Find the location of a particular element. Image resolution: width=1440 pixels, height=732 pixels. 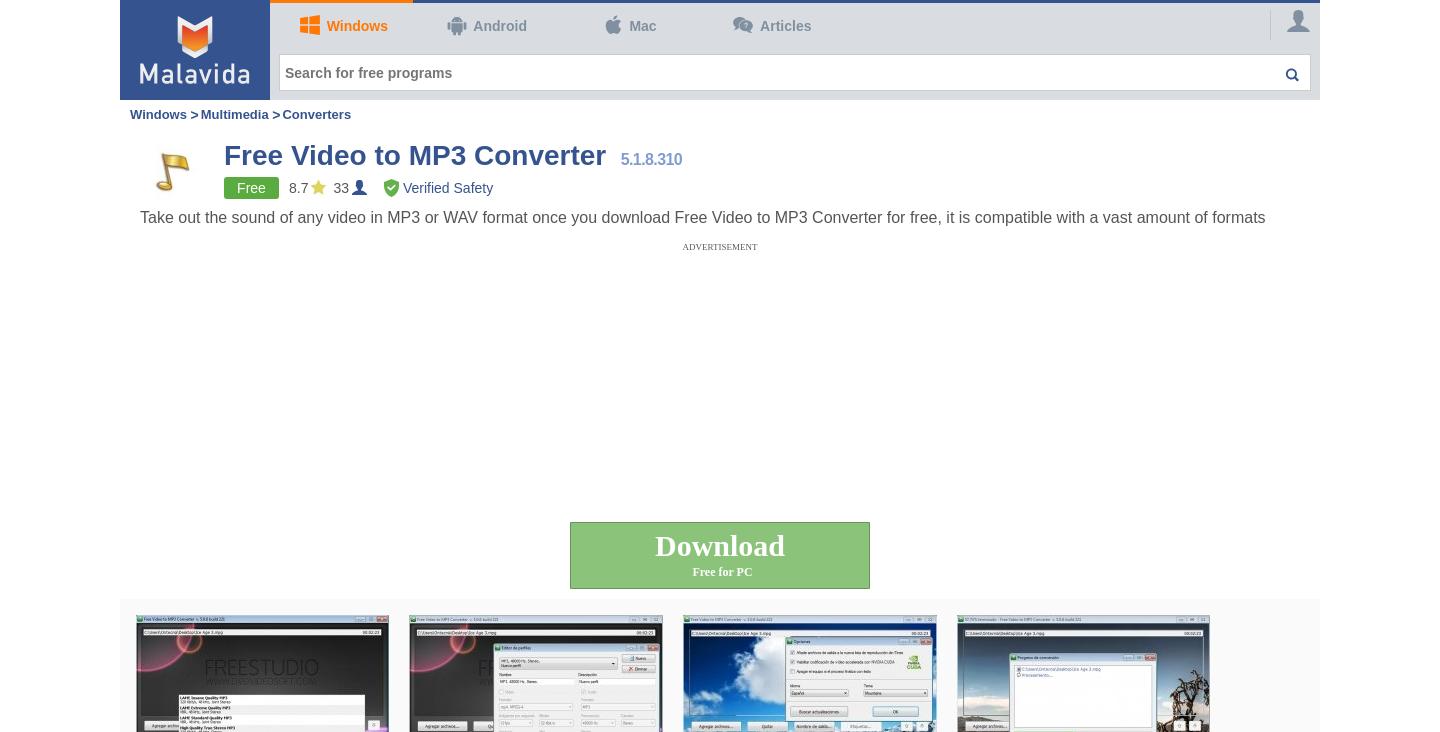

'Take out the sound of any video in MP3 or WAV format once you download Free Video to MP3 Converter for free, it is compatible with a vast amount of formats' is located at coordinates (702, 216).